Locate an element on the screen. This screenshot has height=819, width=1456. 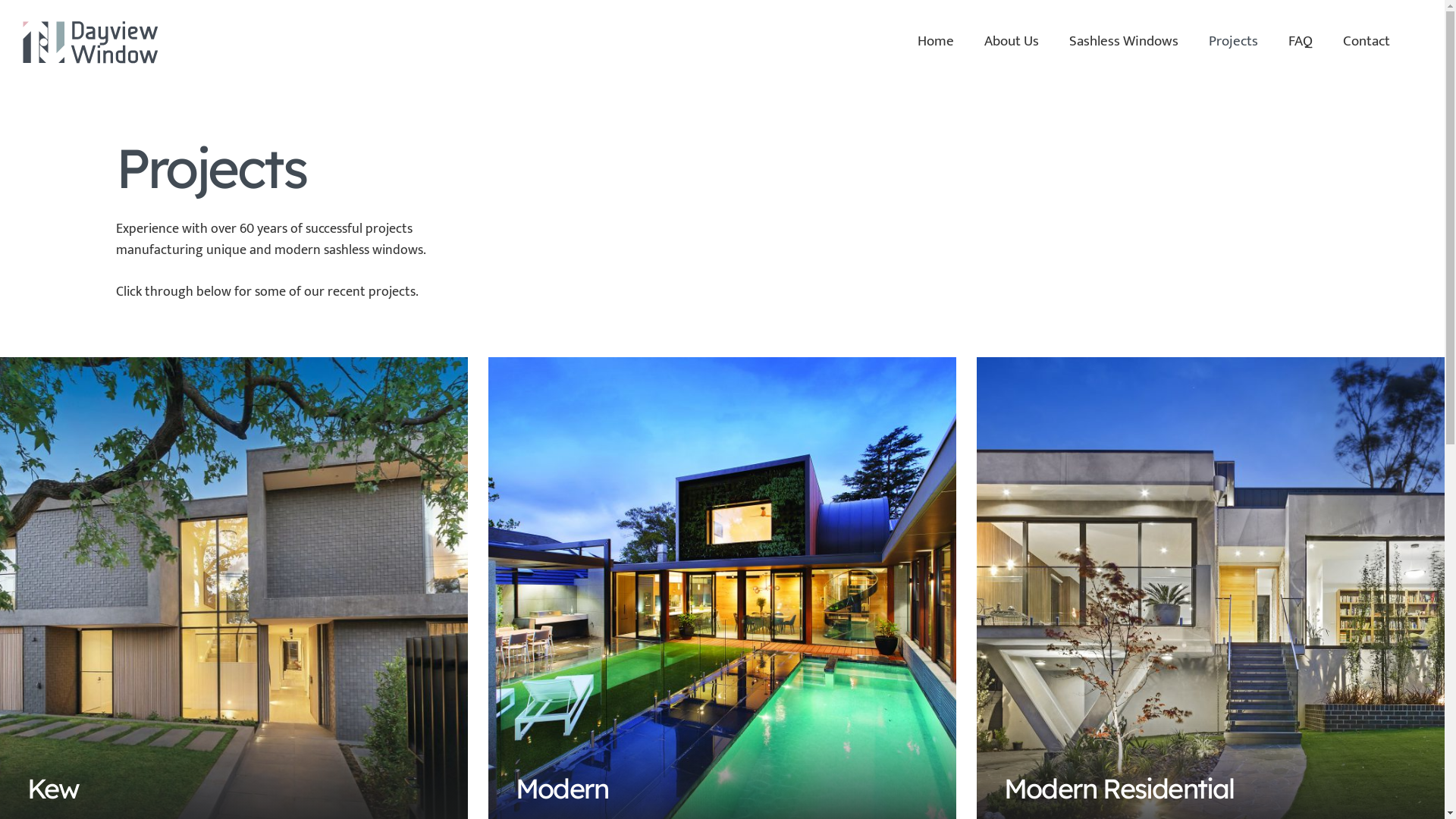
'Projects' is located at coordinates (1233, 40).